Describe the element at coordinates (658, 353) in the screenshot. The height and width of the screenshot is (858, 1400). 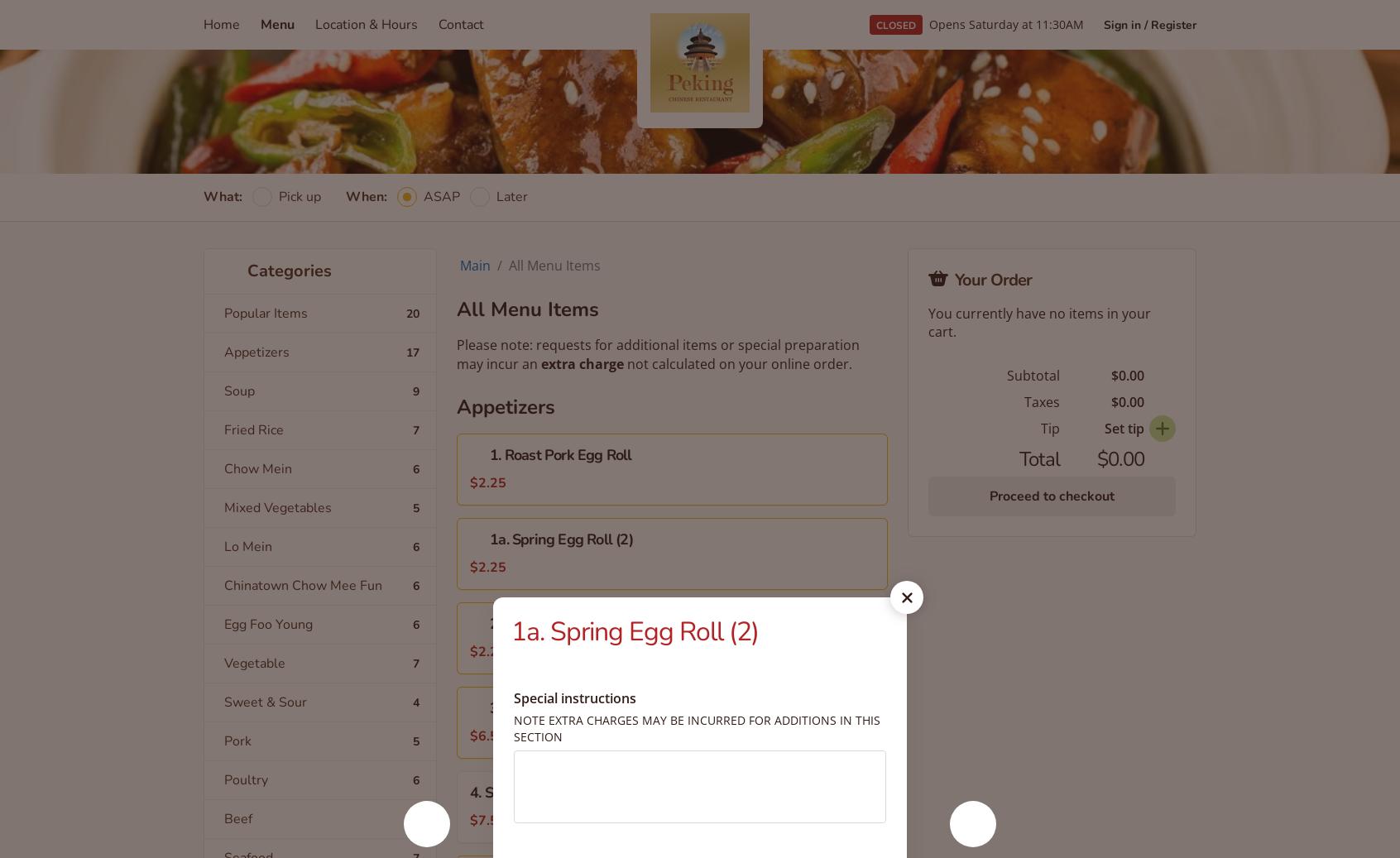
I see `'Please note: requests for additional items or special preparation may incur an'` at that location.